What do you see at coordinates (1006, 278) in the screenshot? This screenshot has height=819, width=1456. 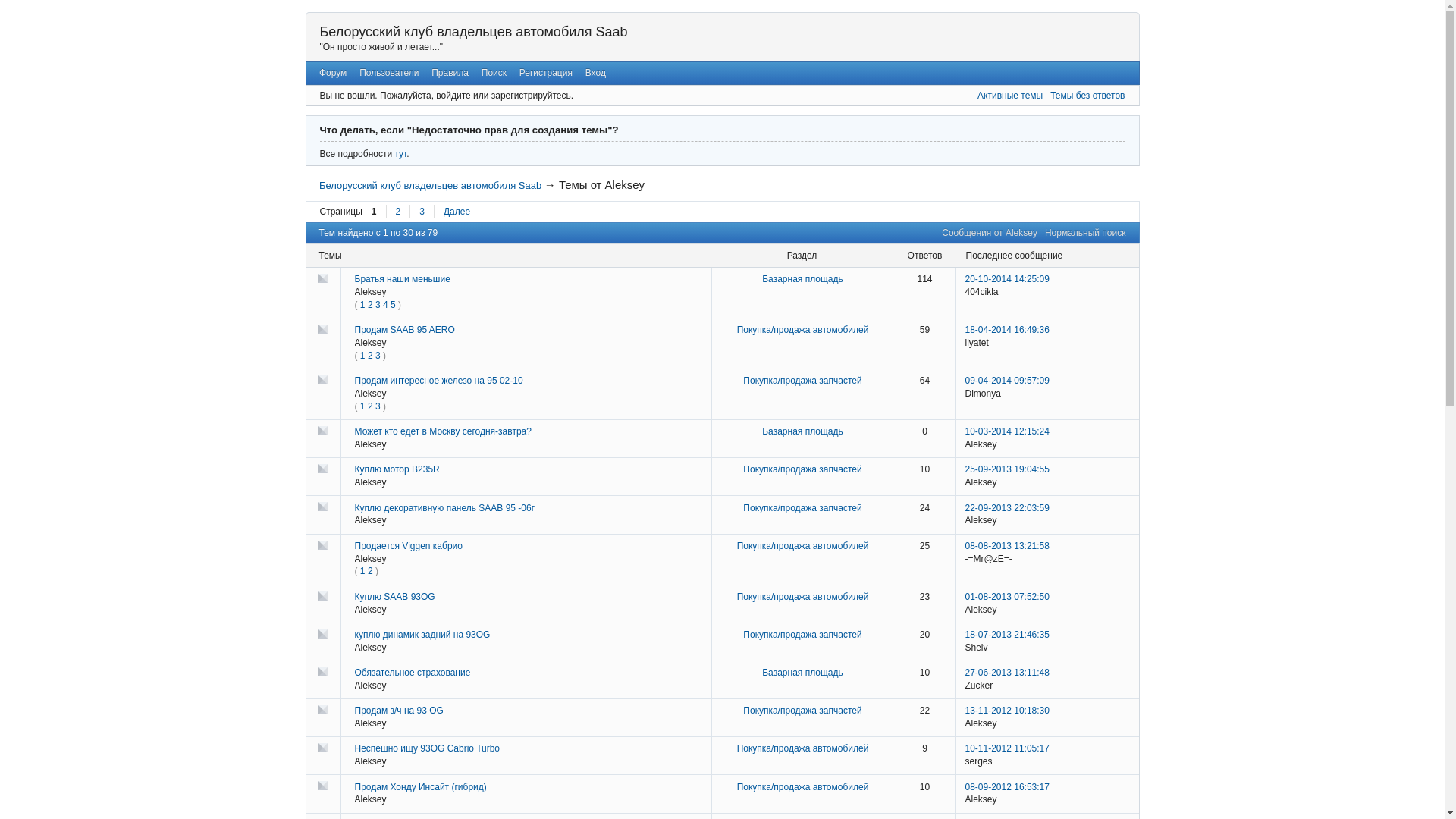 I see `'20-10-2014 14:25:09'` at bounding box center [1006, 278].